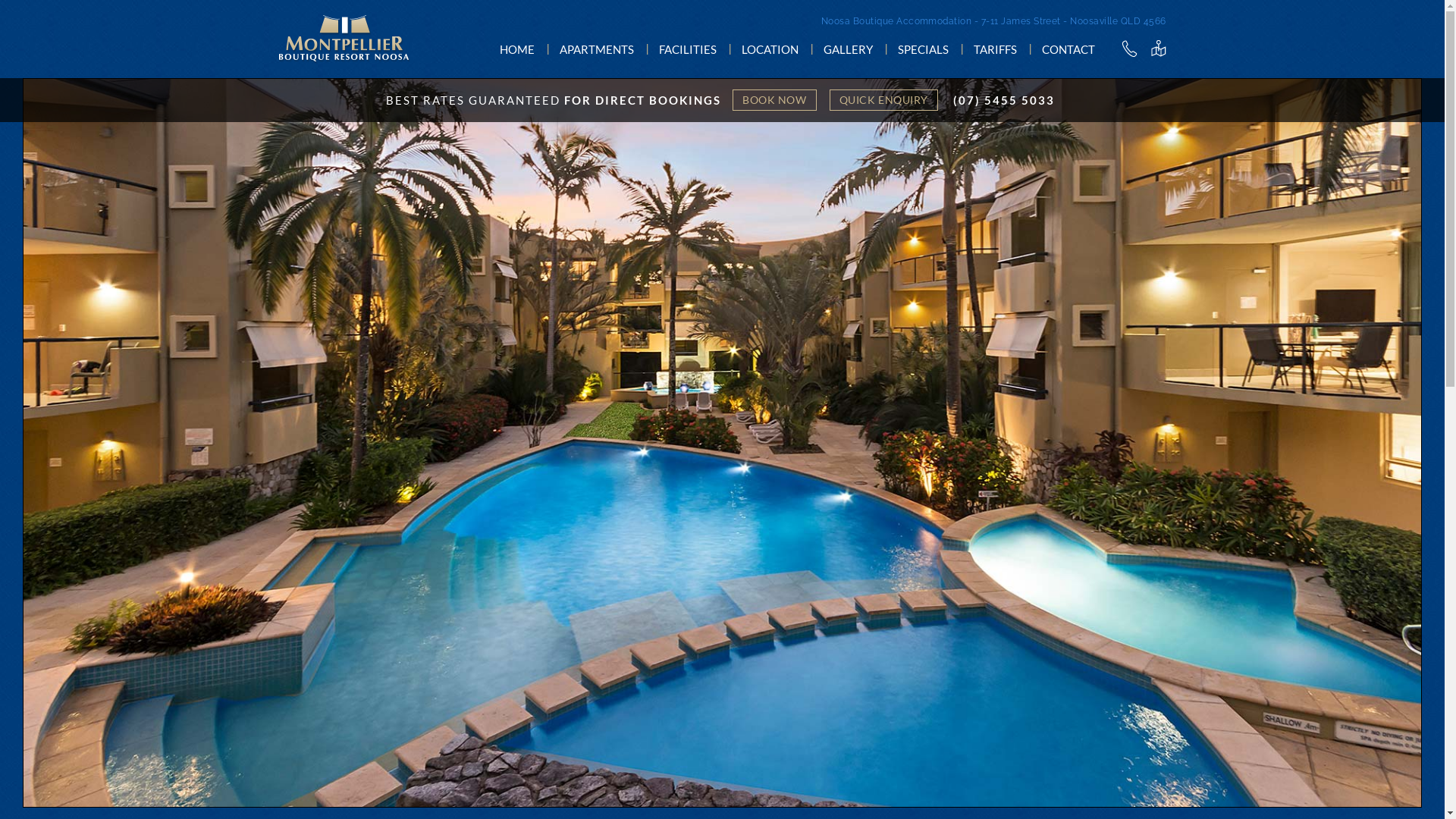 The image size is (1456, 819). I want to click on 'LOCATION', so click(770, 49).